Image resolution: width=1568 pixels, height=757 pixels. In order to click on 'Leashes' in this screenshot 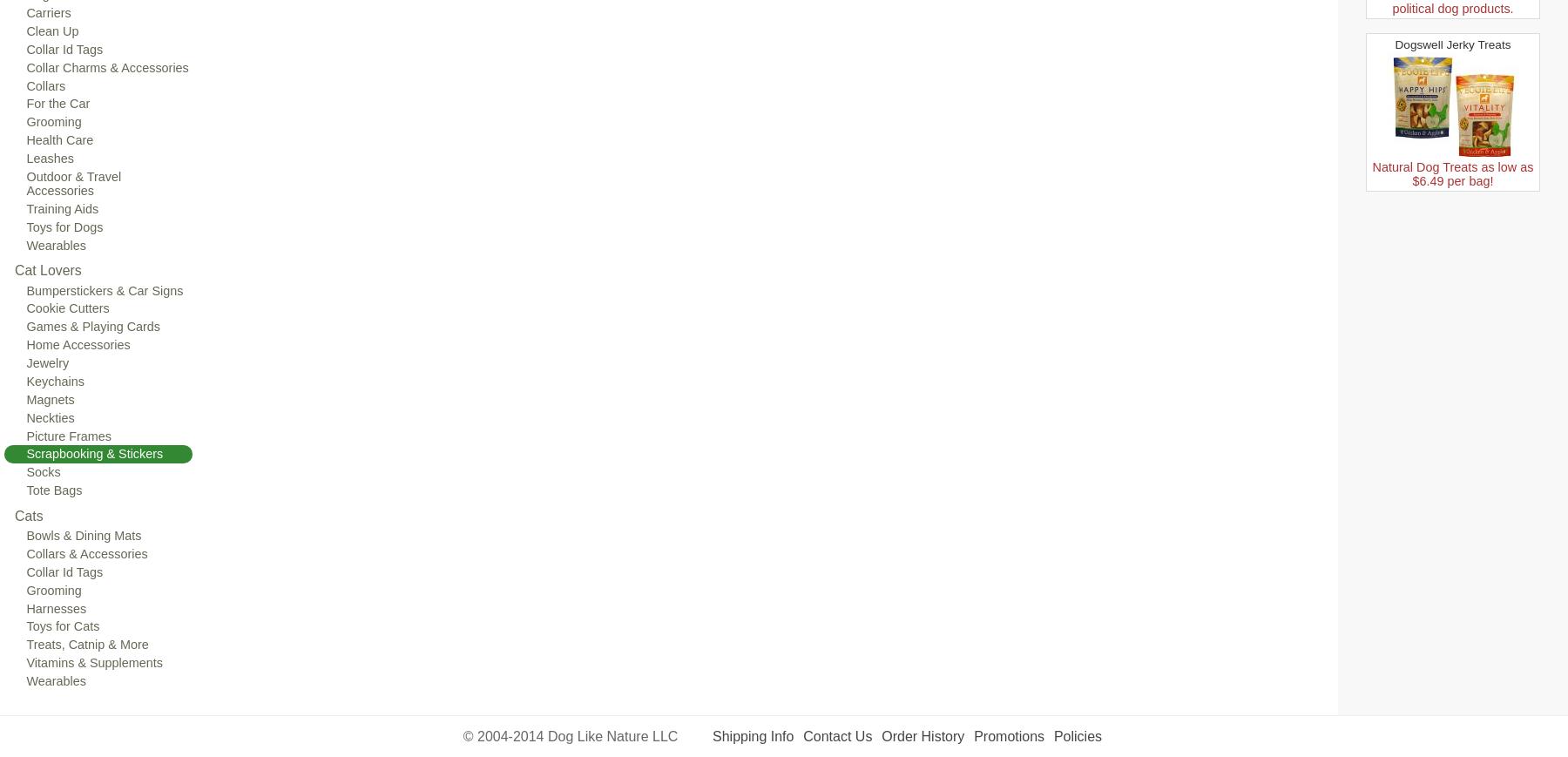, I will do `click(49, 157)`.